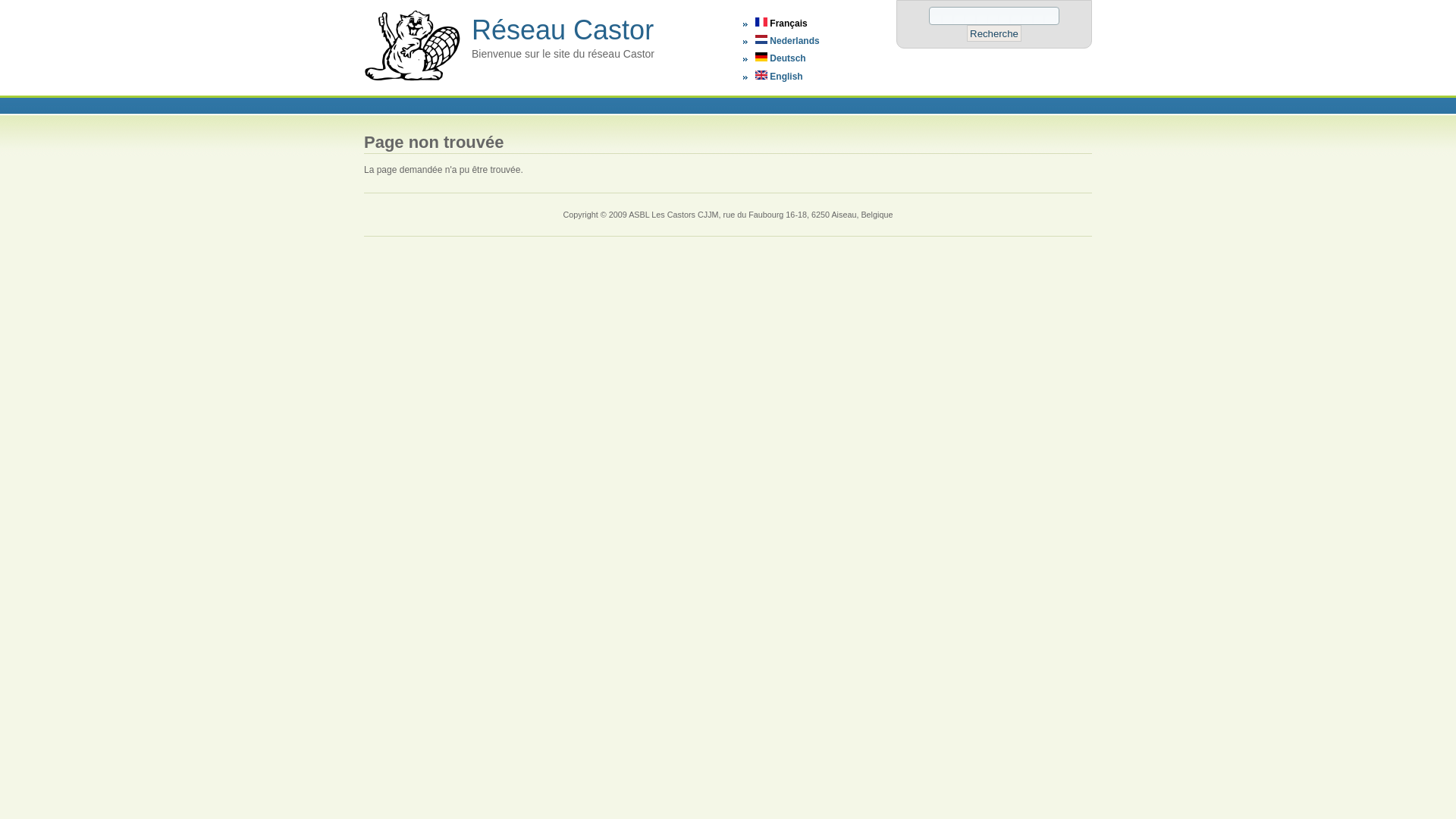 This screenshot has height=819, width=1456. I want to click on 'Nederlands', so click(787, 40).